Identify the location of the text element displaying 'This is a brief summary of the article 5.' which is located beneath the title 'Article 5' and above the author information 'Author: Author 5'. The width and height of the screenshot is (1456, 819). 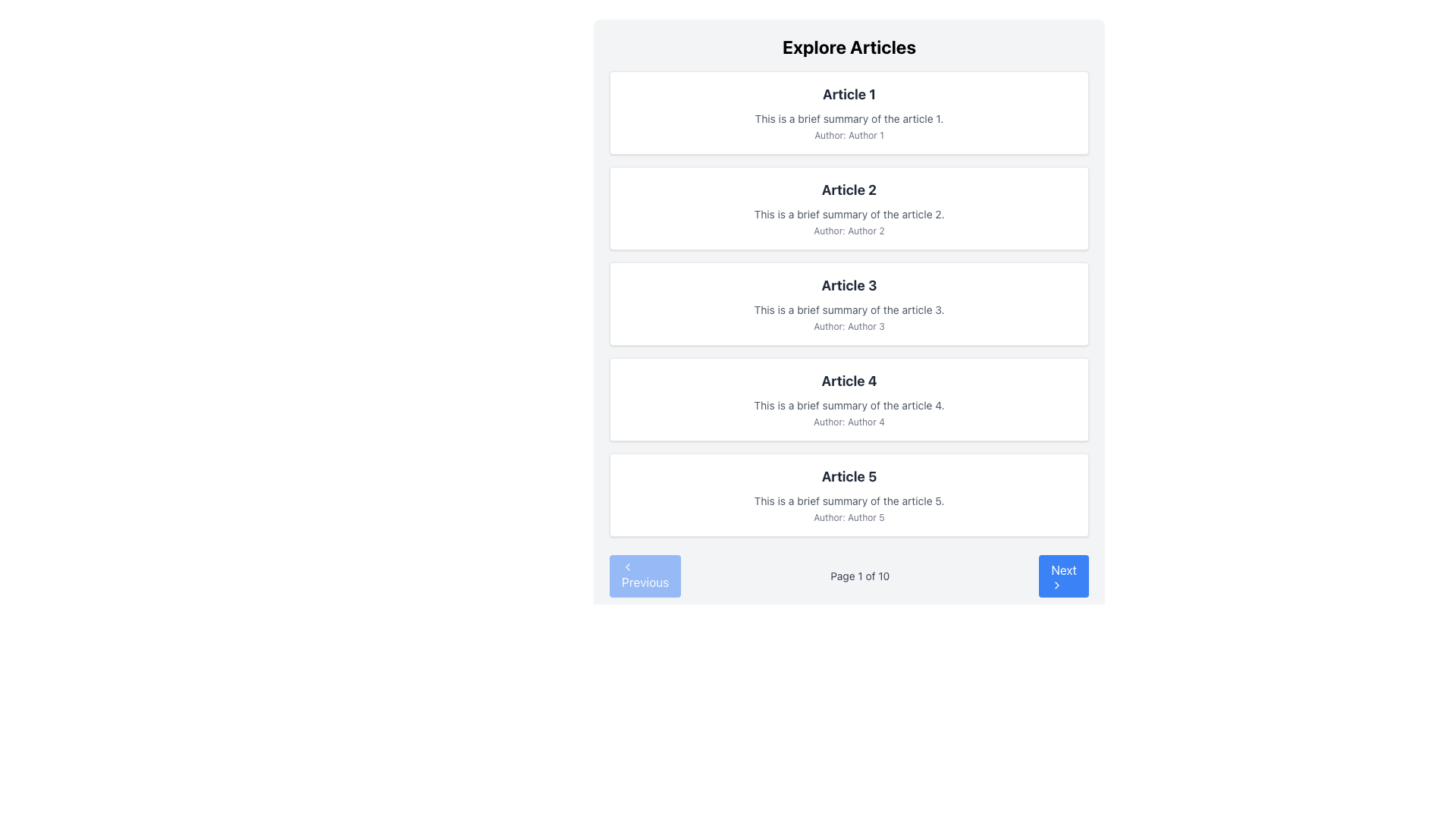
(848, 500).